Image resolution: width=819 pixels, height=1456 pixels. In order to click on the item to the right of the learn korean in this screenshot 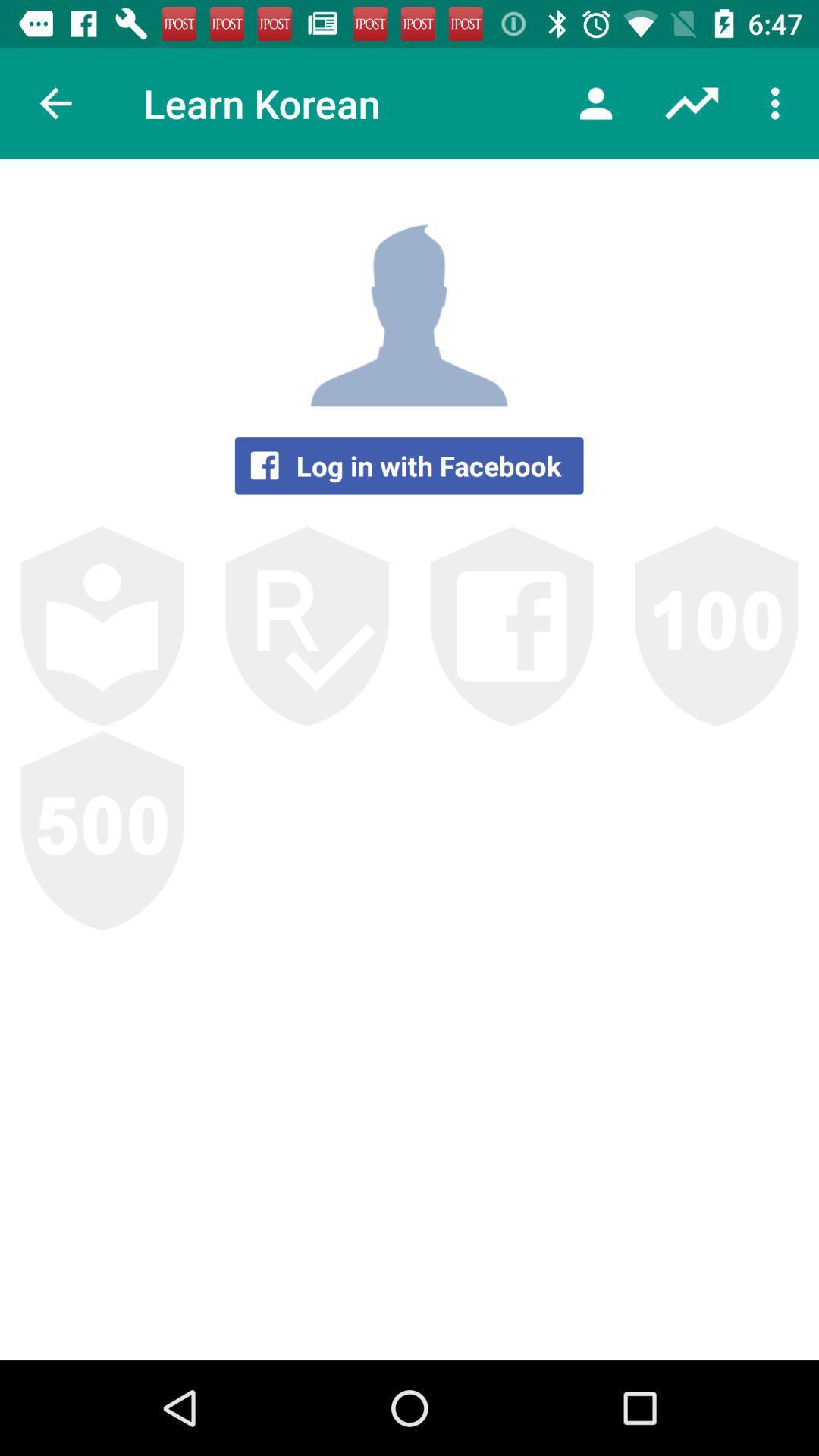, I will do `click(595, 102)`.